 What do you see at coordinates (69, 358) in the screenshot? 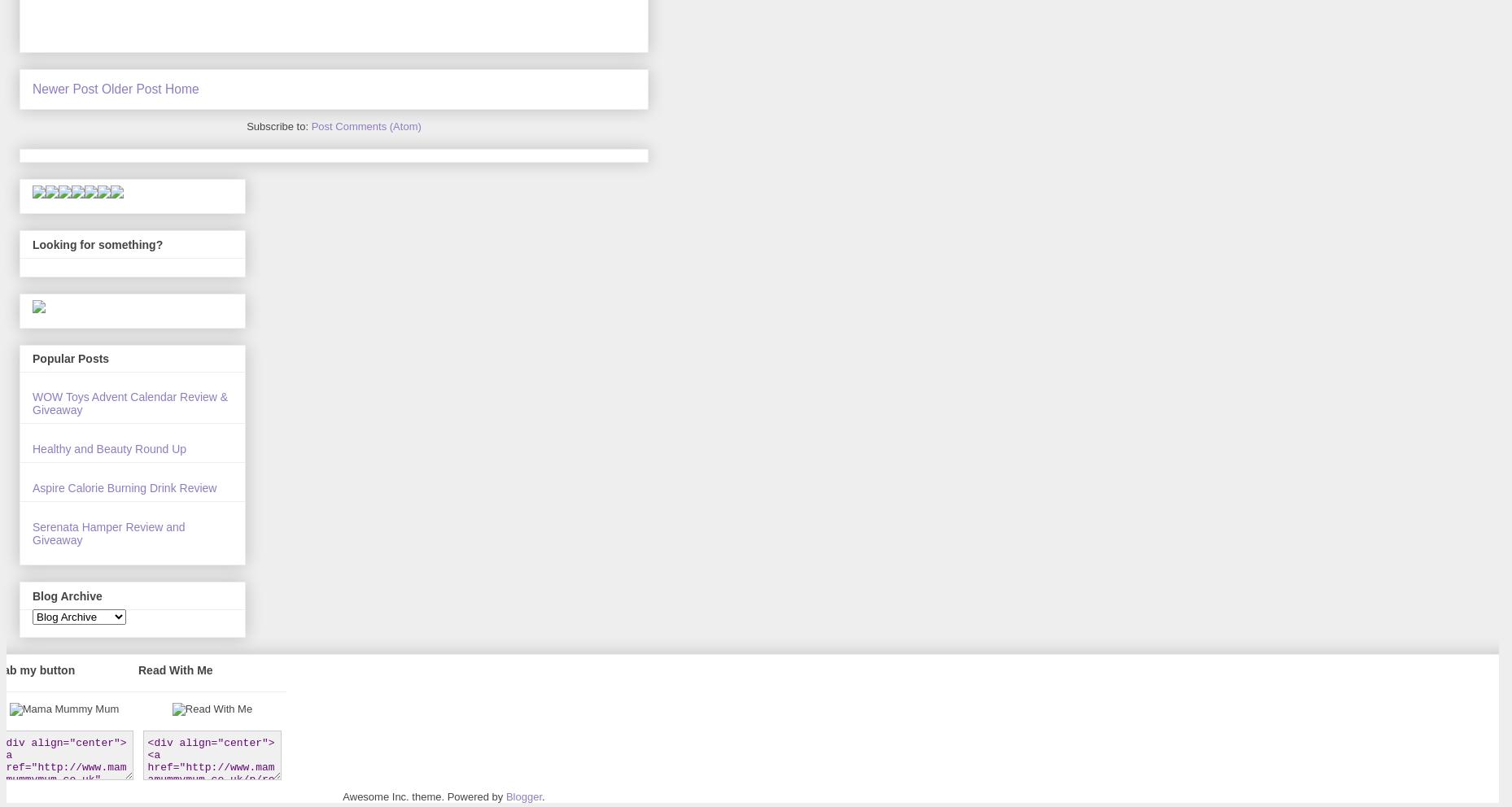
I see `'Popular Posts'` at bounding box center [69, 358].